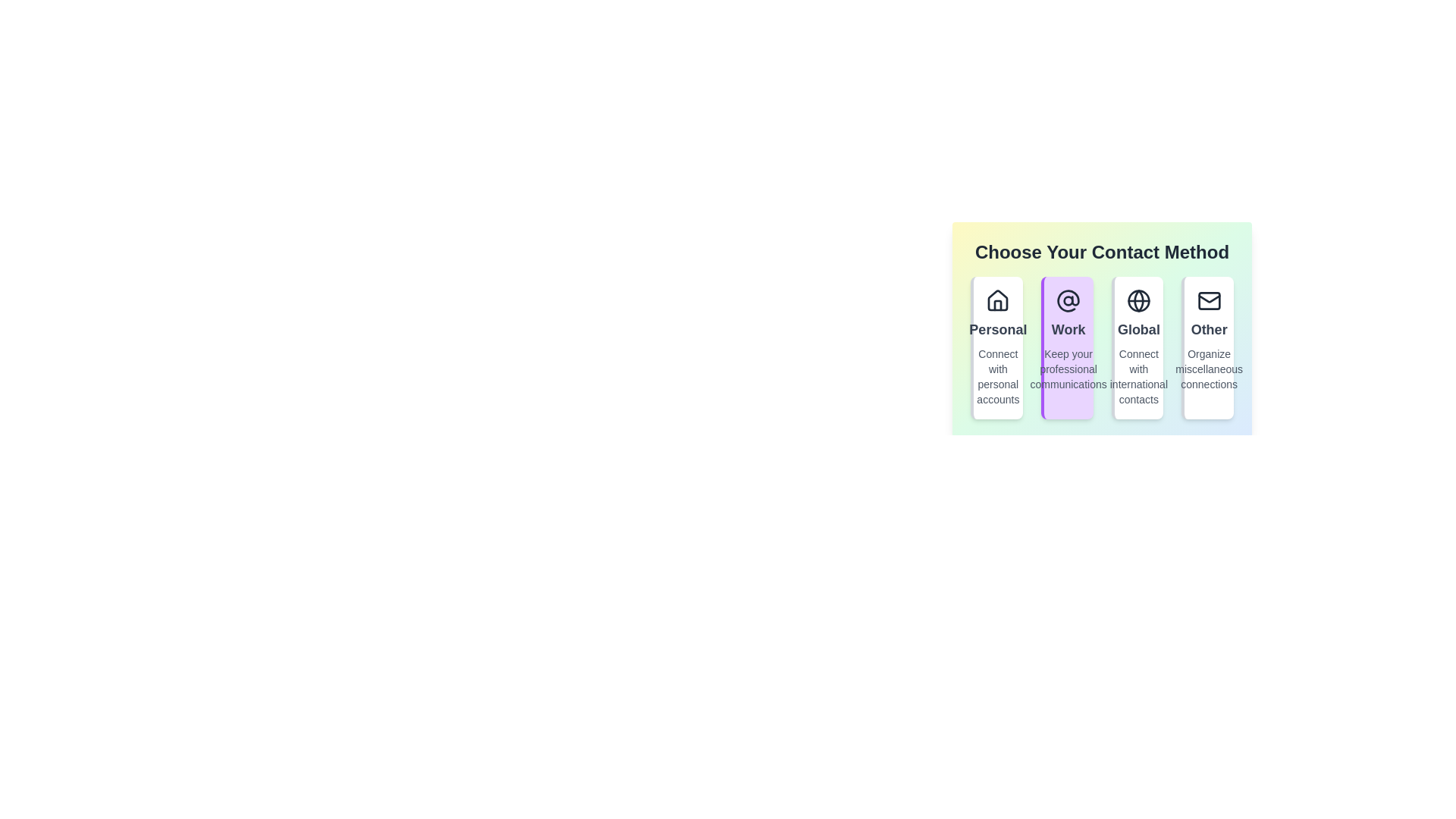  I want to click on the contact method Personal to observe the animation effect, so click(996, 348).